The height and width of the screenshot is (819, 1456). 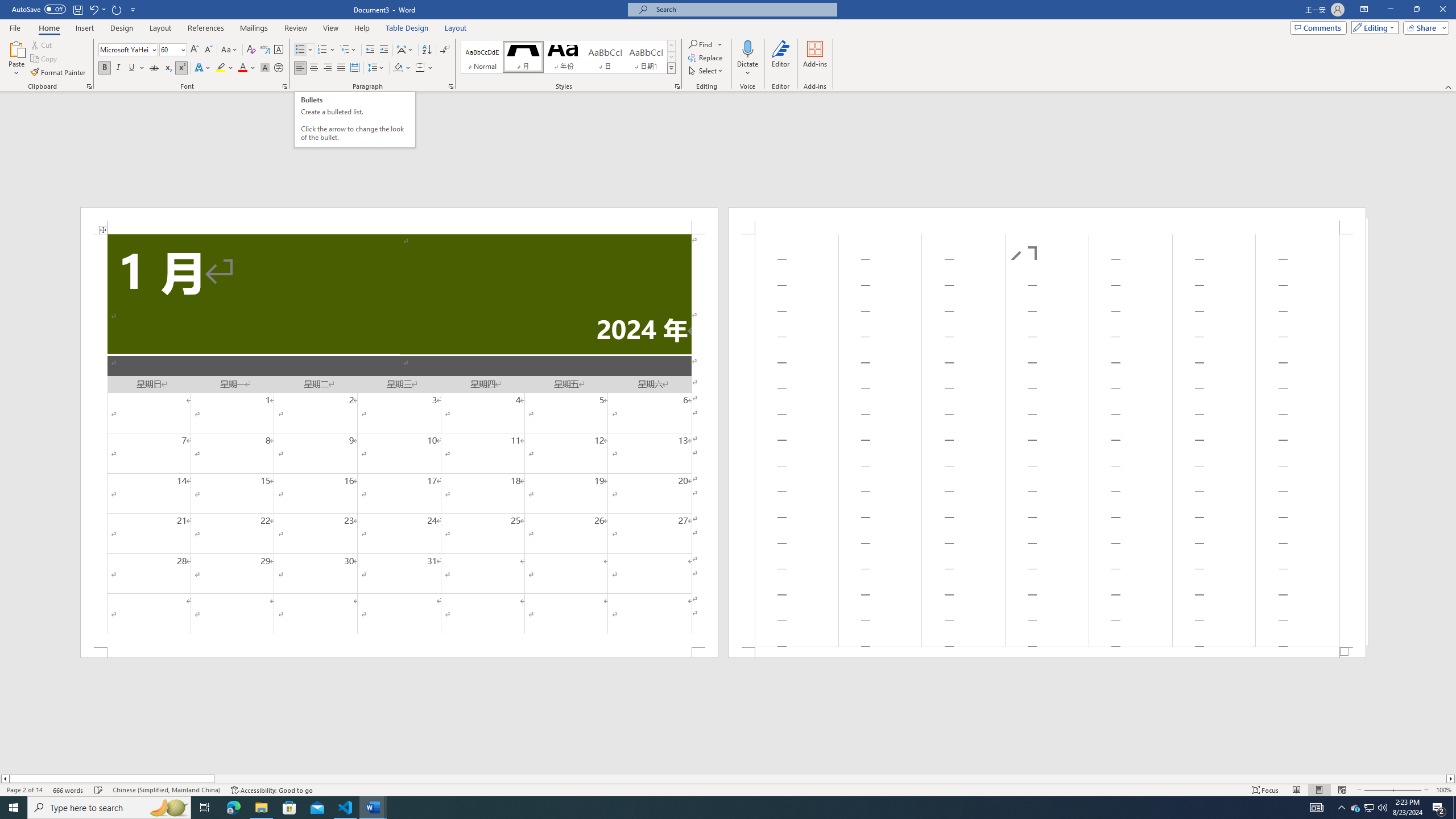 What do you see at coordinates (253, 28) in the screenshot?
I see `'Mailings'` at bounding box center [253, 28].